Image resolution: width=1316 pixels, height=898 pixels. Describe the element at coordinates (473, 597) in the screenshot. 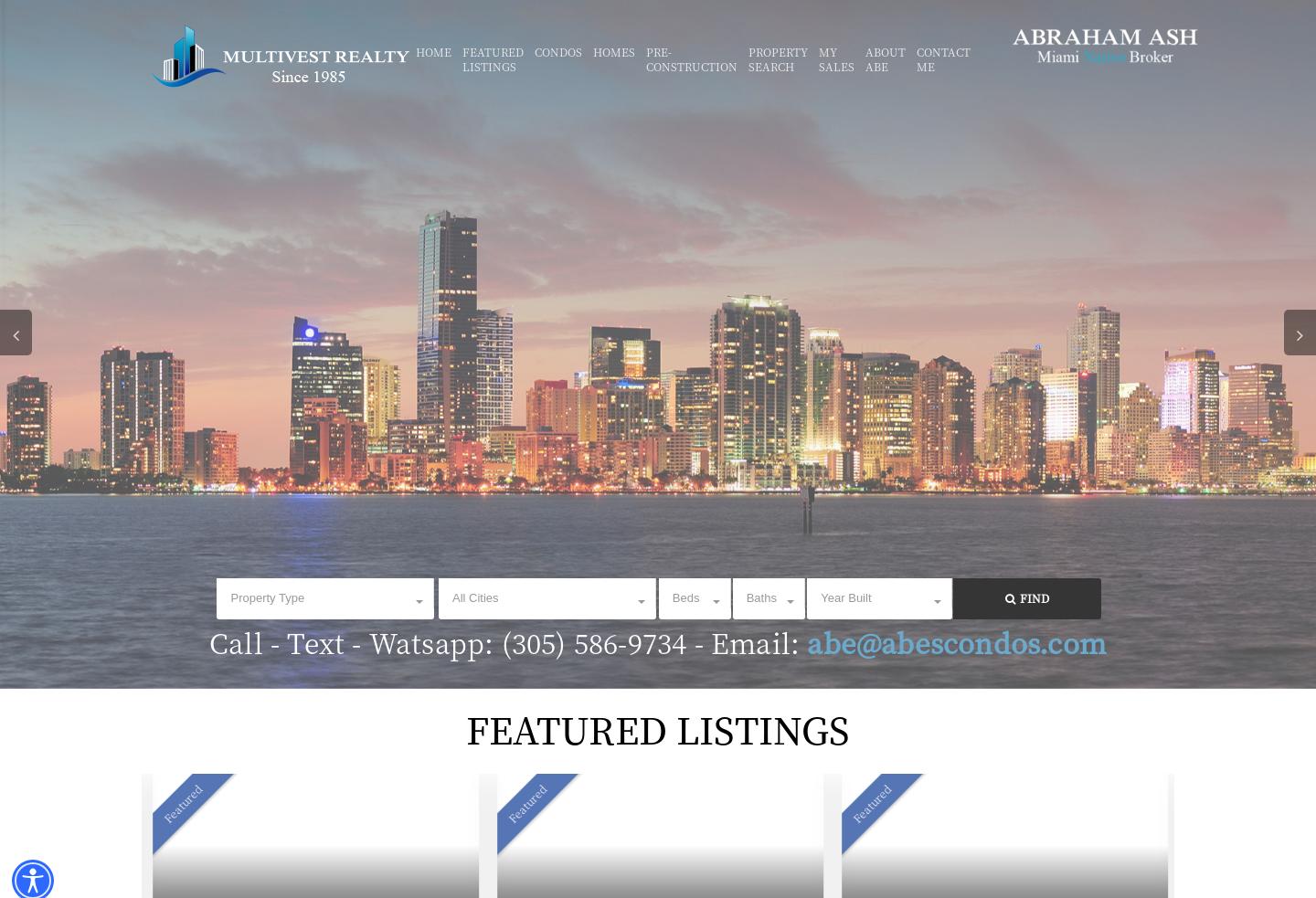

I see `'All Cities'` at that location.